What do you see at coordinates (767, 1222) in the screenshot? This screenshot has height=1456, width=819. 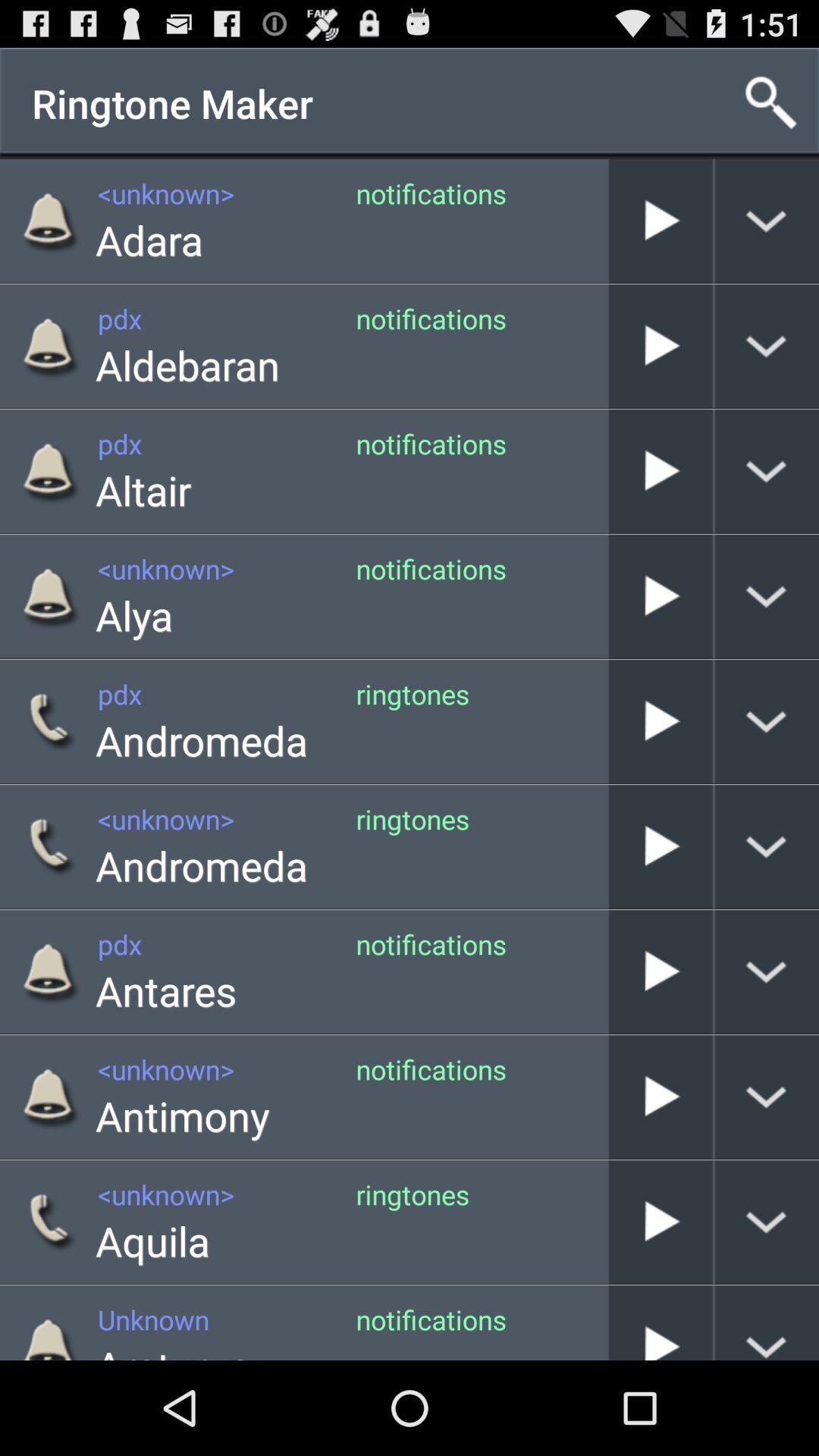 I see `show more information` at bounding box center [767, 1222].